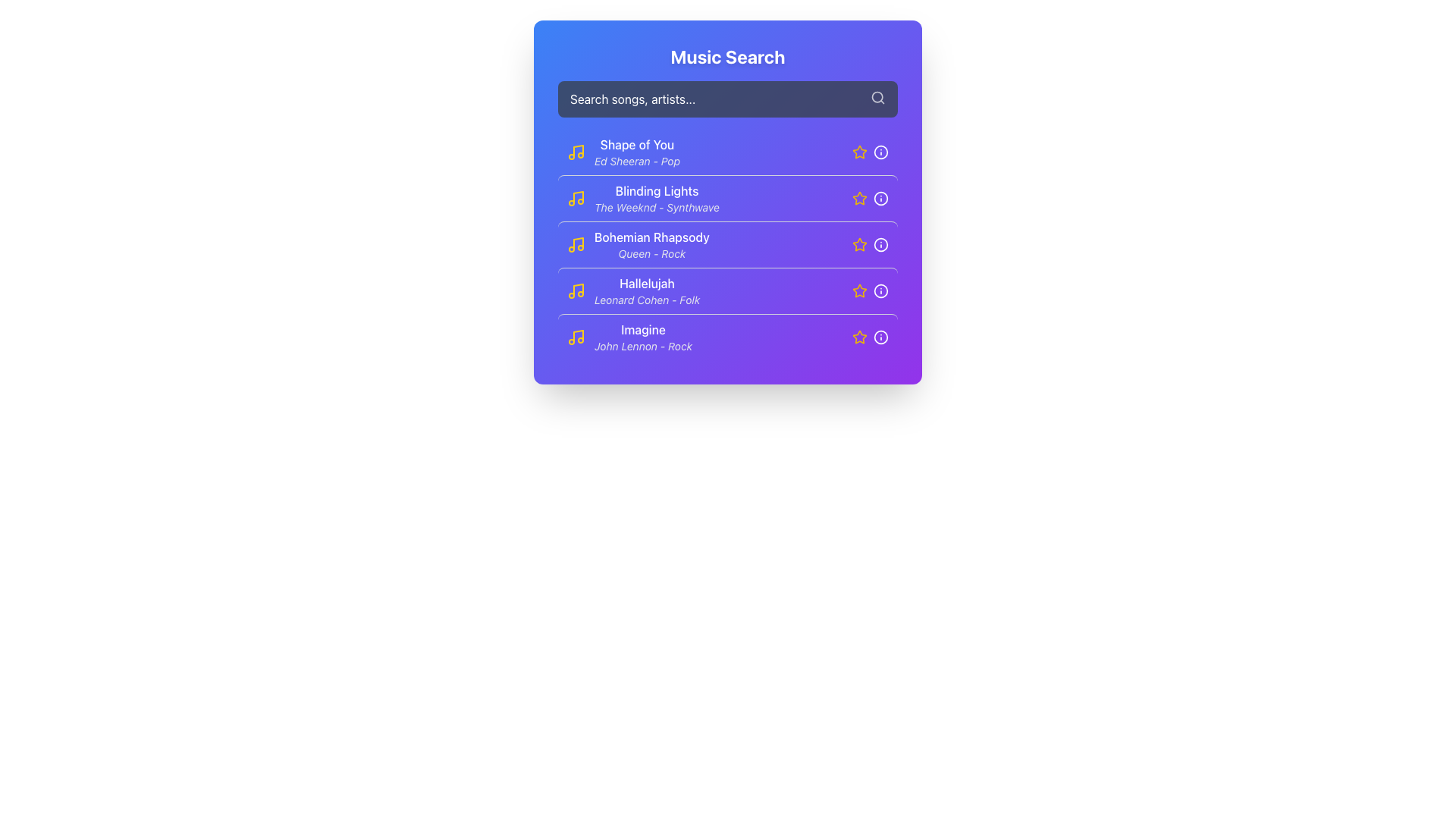  What do you see at coordinates (880, 291) in the screenshot?
I see `the circular icon located on the right side of the 'Hallelujah - Leonard Cohen' song row in the Music Search card interface` at bounding box center [880, 291].